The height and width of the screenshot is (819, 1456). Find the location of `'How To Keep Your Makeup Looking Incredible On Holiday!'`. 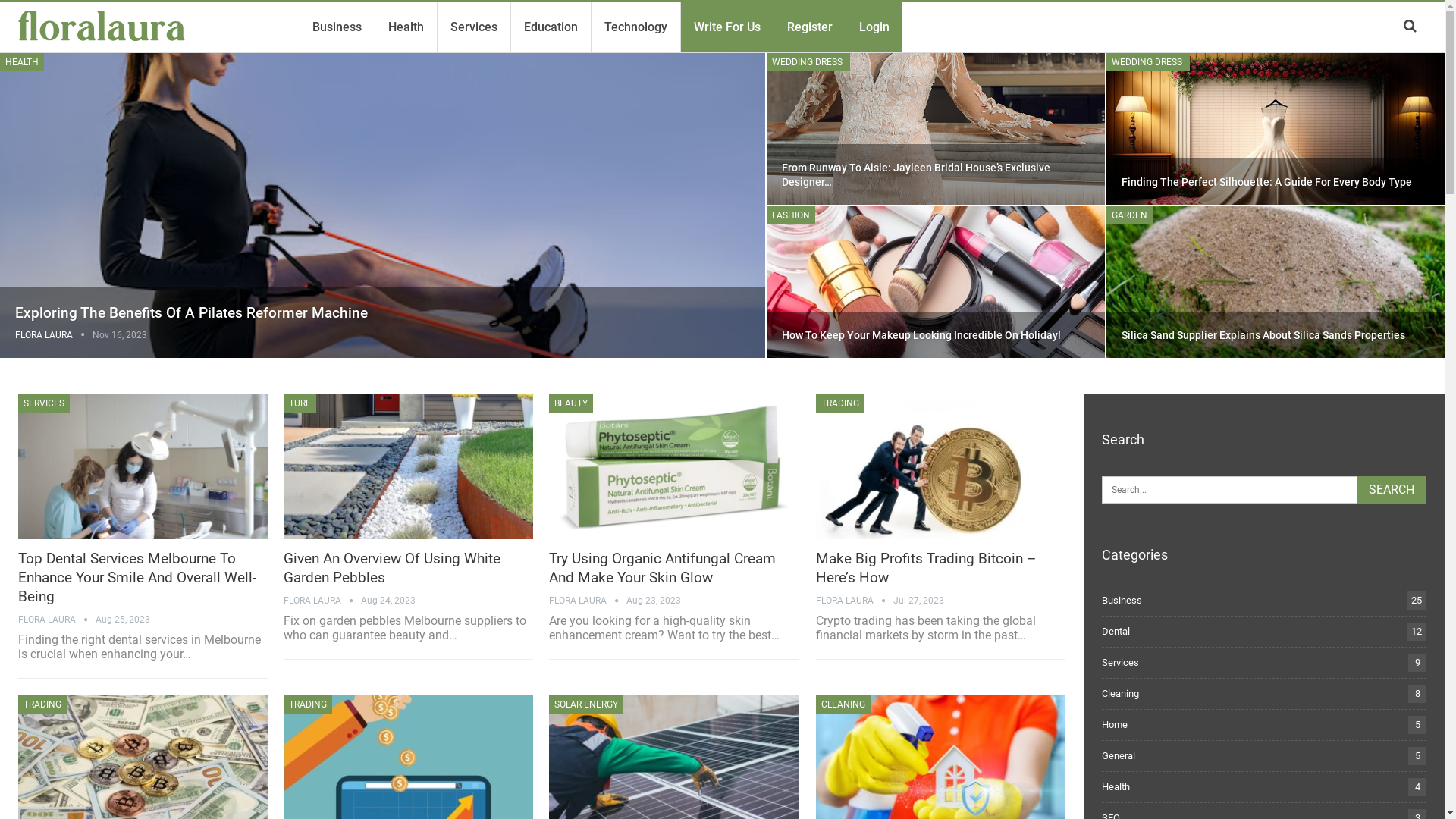

'How To Keep Your Makeup Looking Incredible On Holiday!' is located at coordinates (920, 334).